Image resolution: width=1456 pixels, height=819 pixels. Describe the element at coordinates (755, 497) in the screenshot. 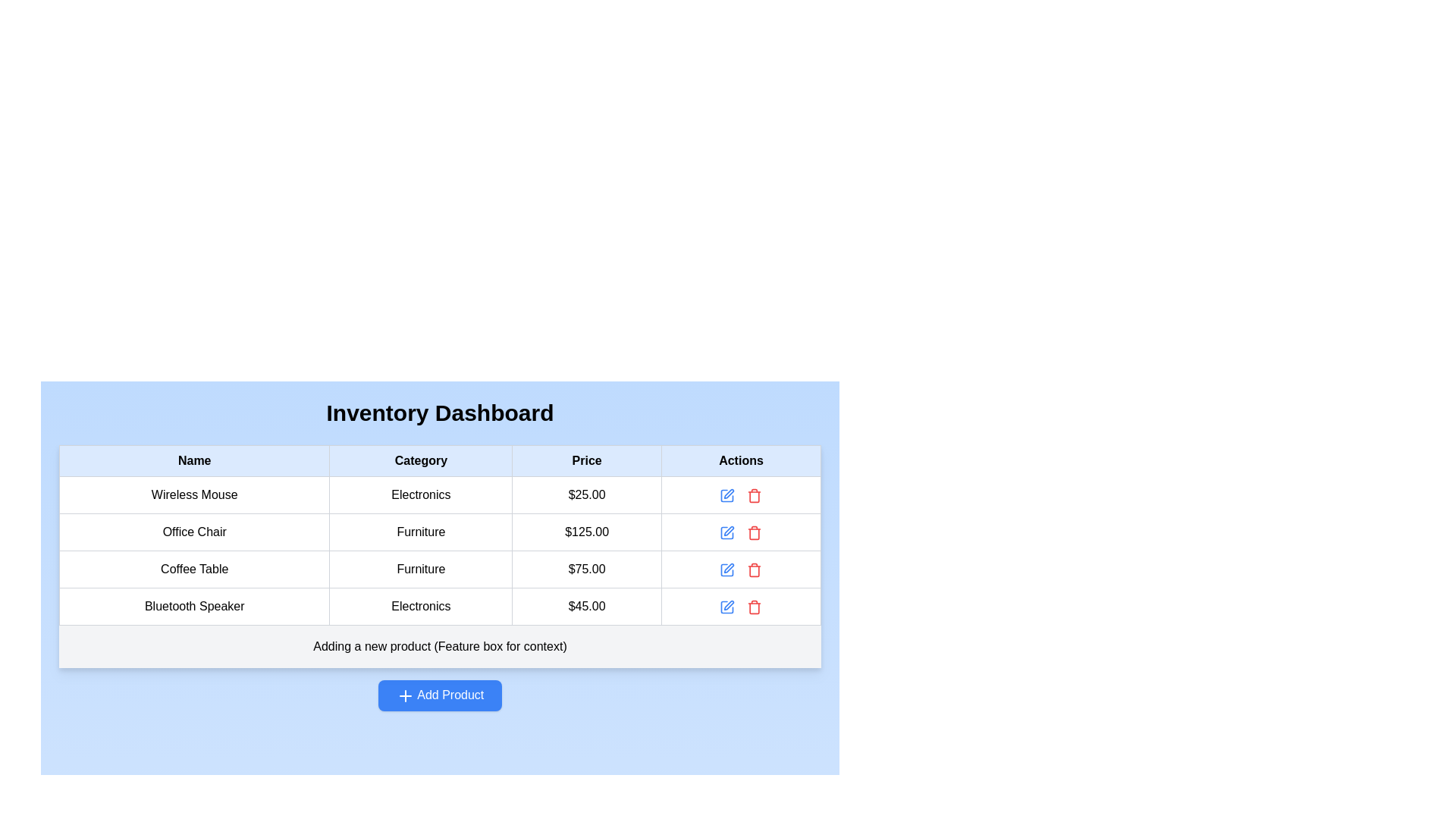

I see `the trash icon component in the 'Actions' column of the fourth row of the table` at that location.